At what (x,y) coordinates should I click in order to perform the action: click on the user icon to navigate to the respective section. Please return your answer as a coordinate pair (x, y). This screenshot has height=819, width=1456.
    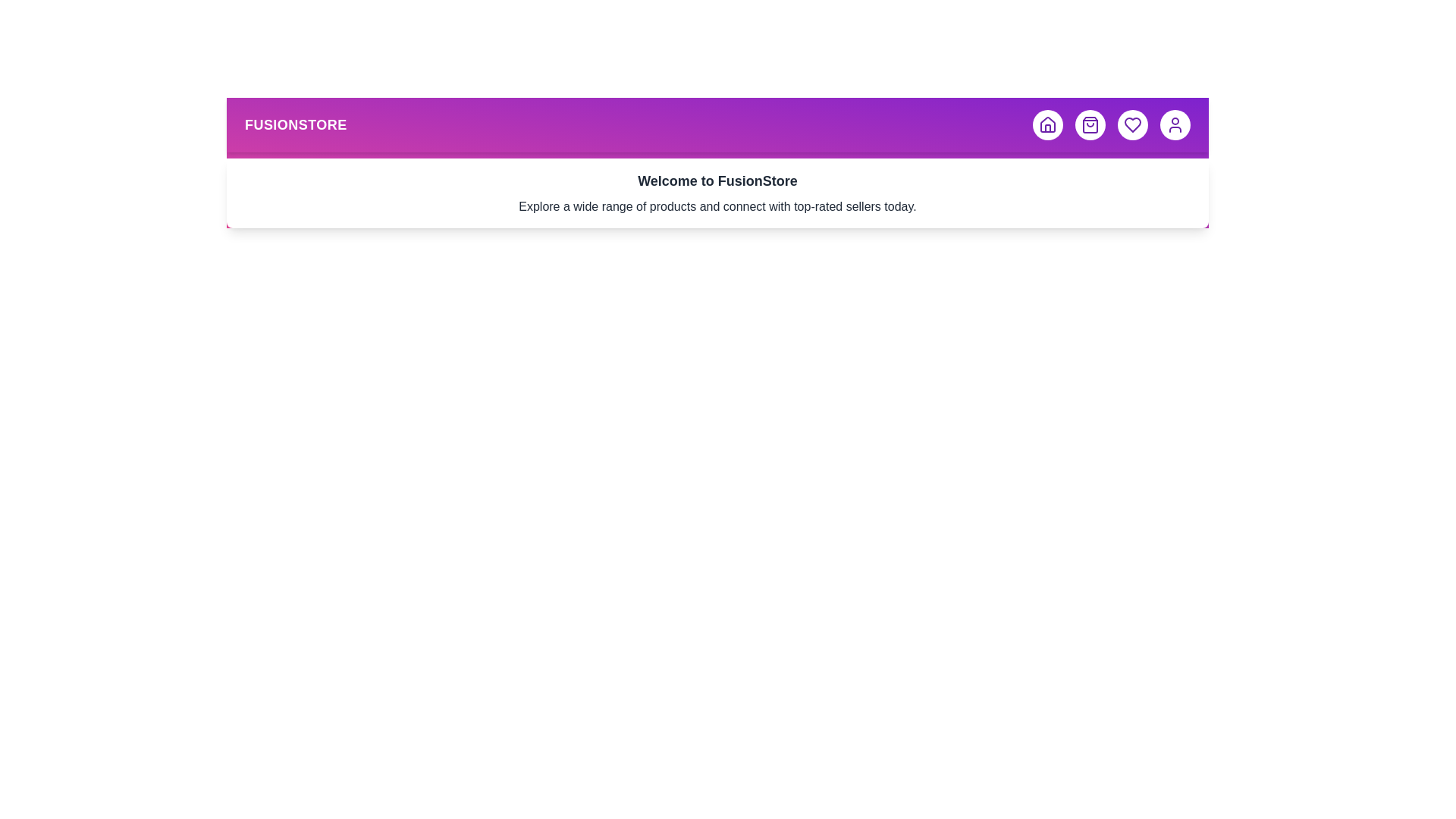
    Looking at the image, I should click on (1175, 124).